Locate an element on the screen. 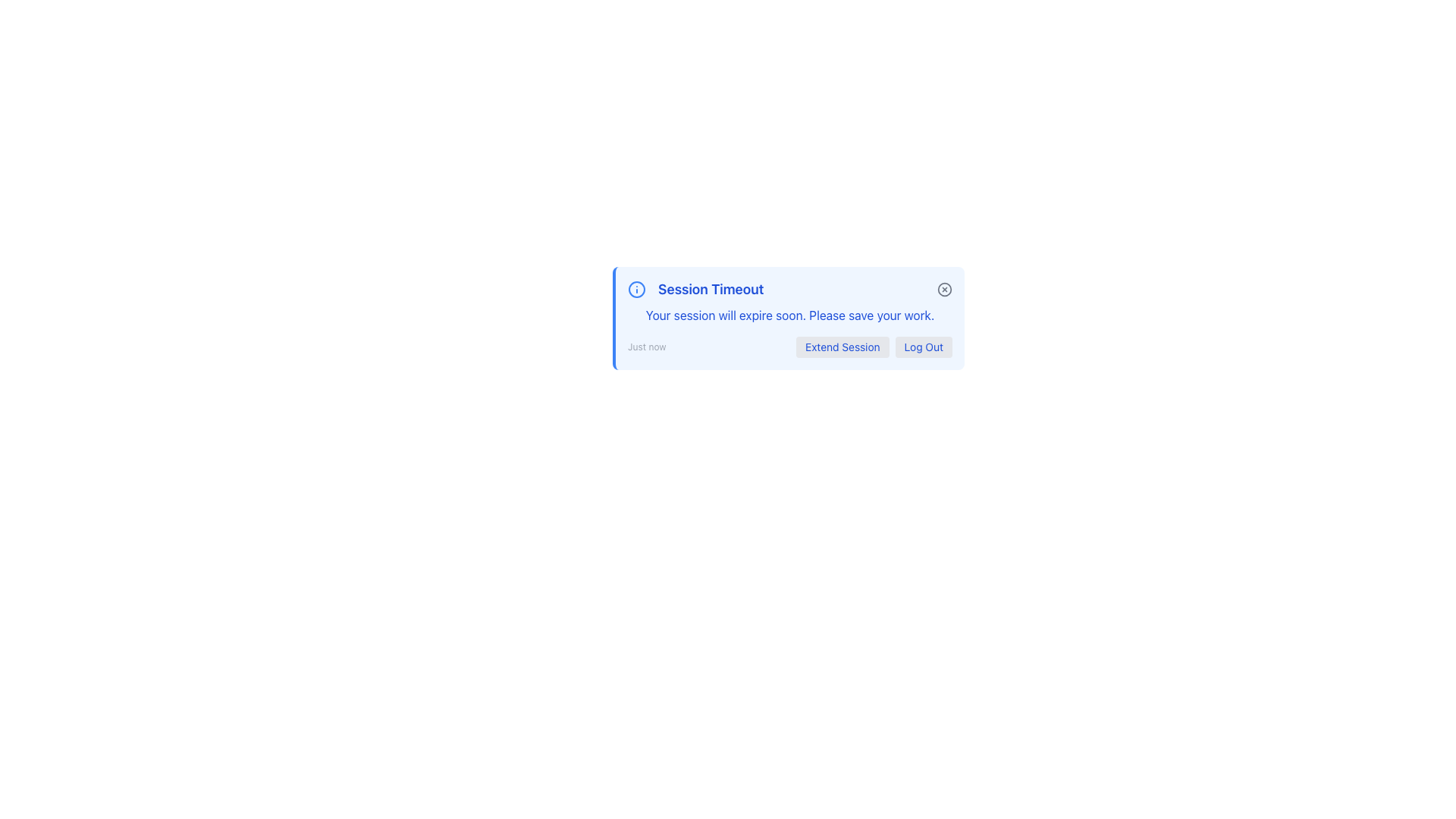 This screenshot has height=819, width=1456. the dismiss button, which is a circular icon resembling an 'x' inside a gray circle located in the top-right corner of the 'Session Timeout' notification box is located at coordinates (944, 289).